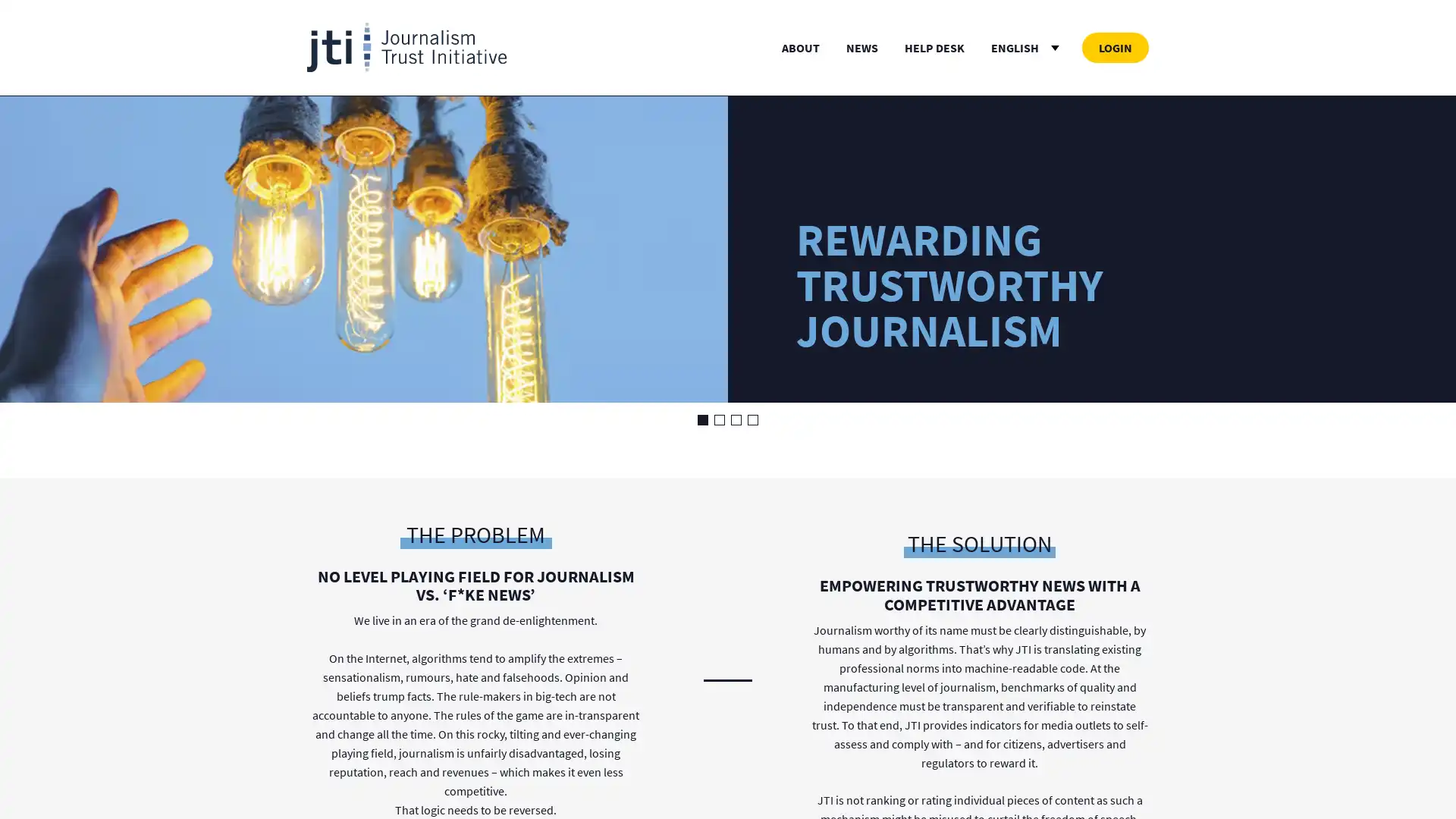  Describe the element at coordinates (753, 420) in the screenshot. I see `Go to slide 4` at that location.